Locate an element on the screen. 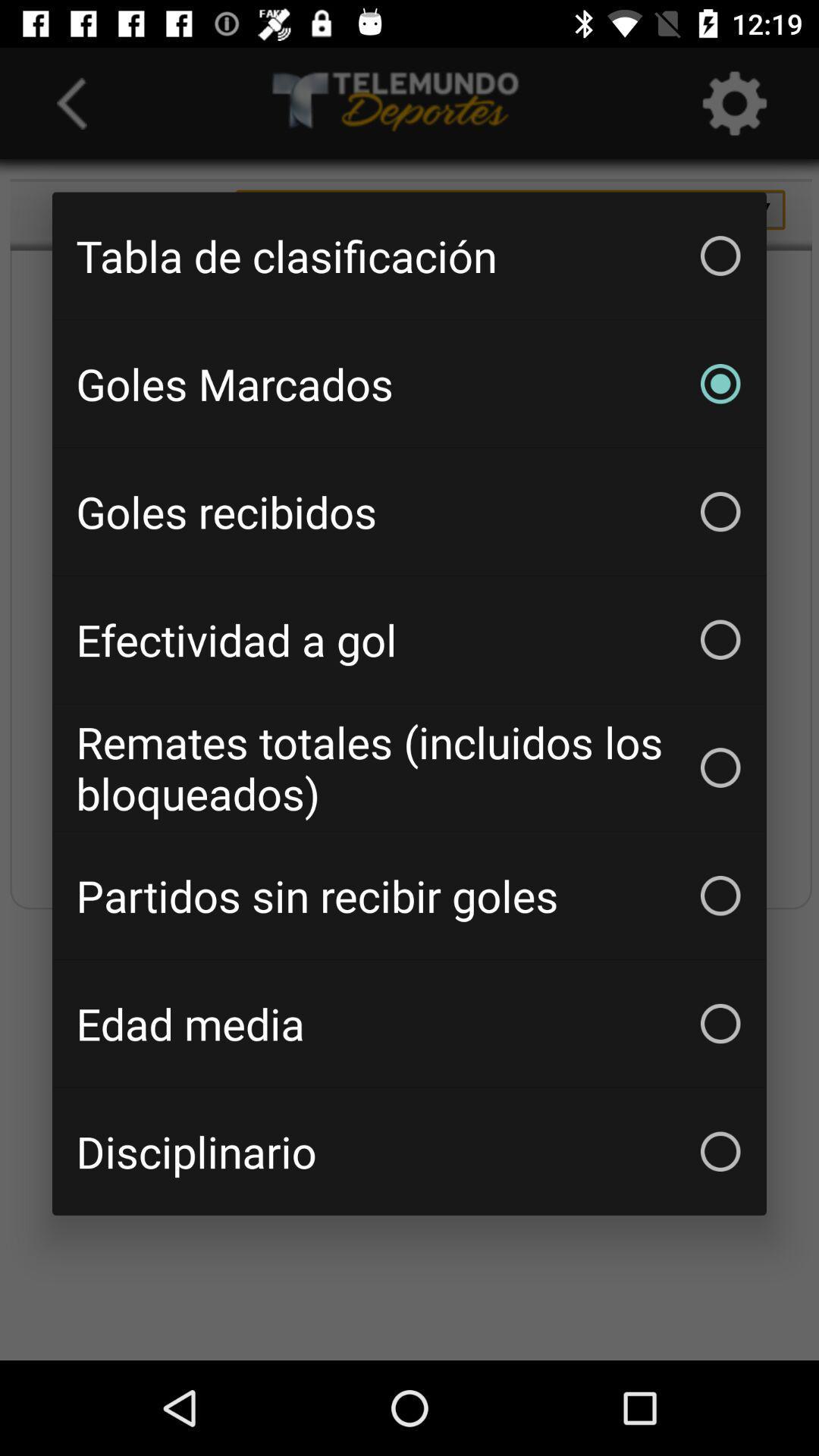 The image size is (819, 1456). the goles marcados item is located at coordinates (409, 384).